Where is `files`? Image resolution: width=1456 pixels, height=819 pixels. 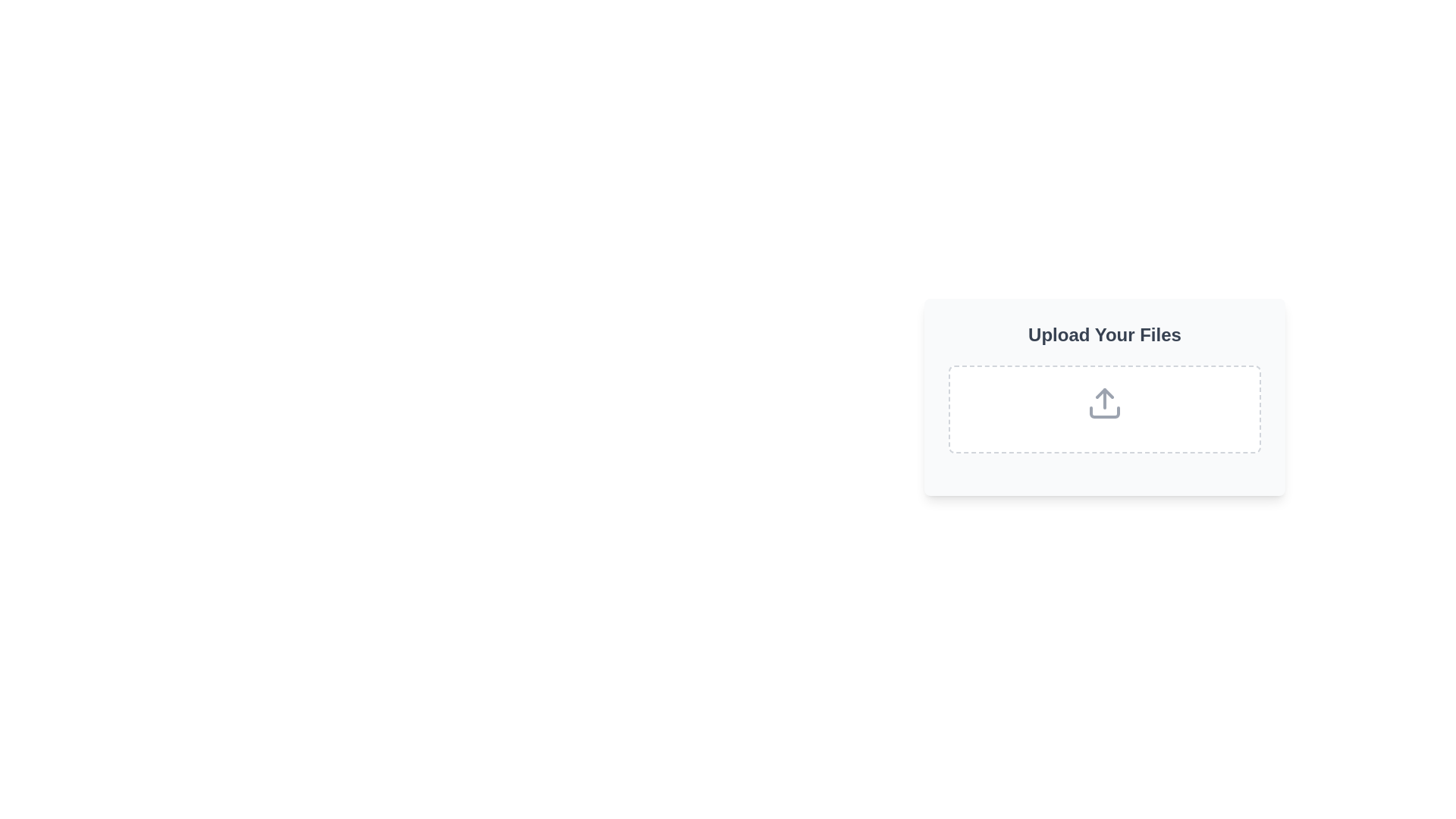
files is located at coordinates (1105, 409).